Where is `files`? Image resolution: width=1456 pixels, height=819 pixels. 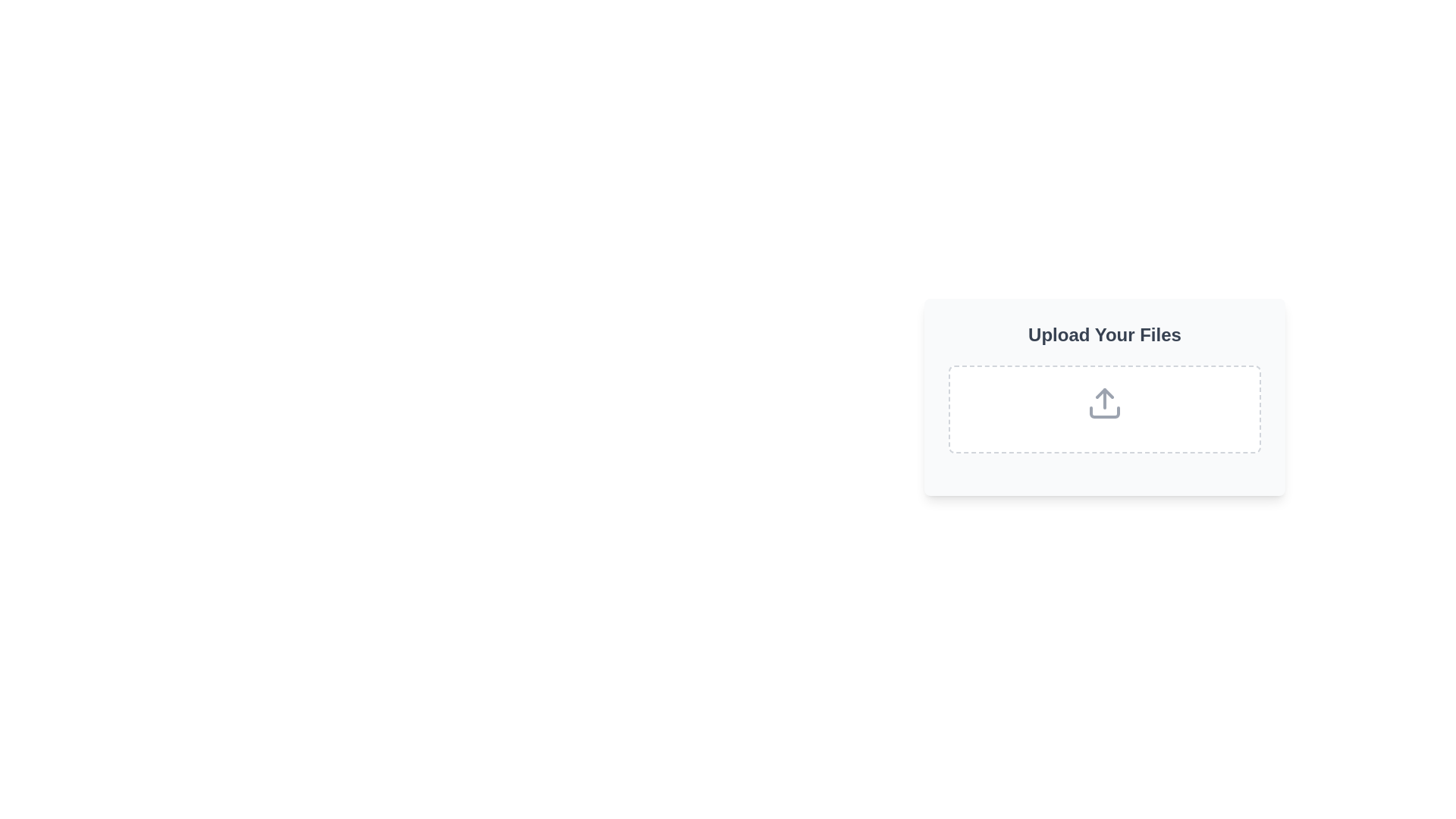
files is located at coordinates (1105, 409).